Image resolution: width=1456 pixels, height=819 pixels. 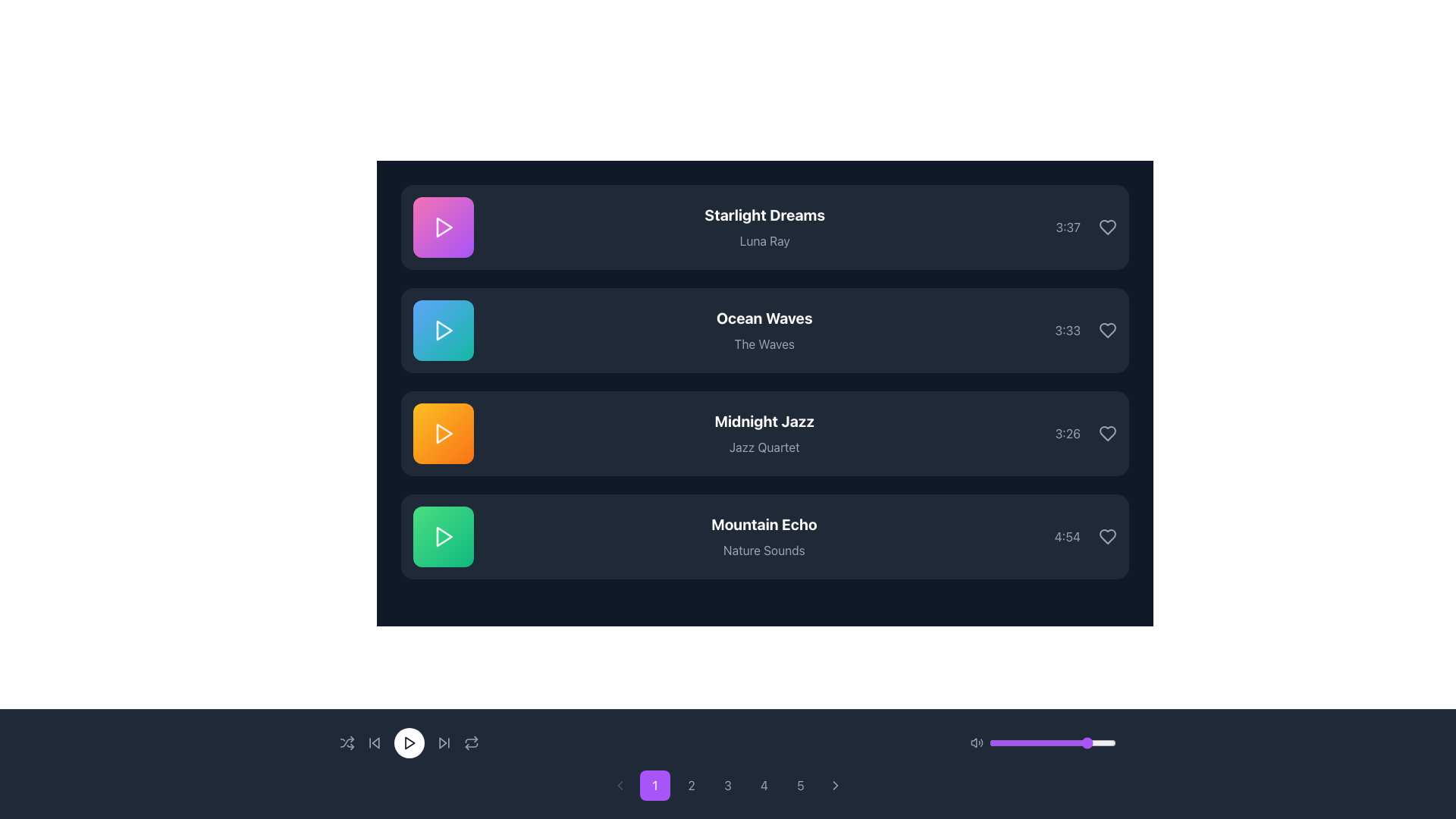 I want to click on the second play icon in the list to play the associated media item 'Ocean Waves', so click(x=444, y=329).